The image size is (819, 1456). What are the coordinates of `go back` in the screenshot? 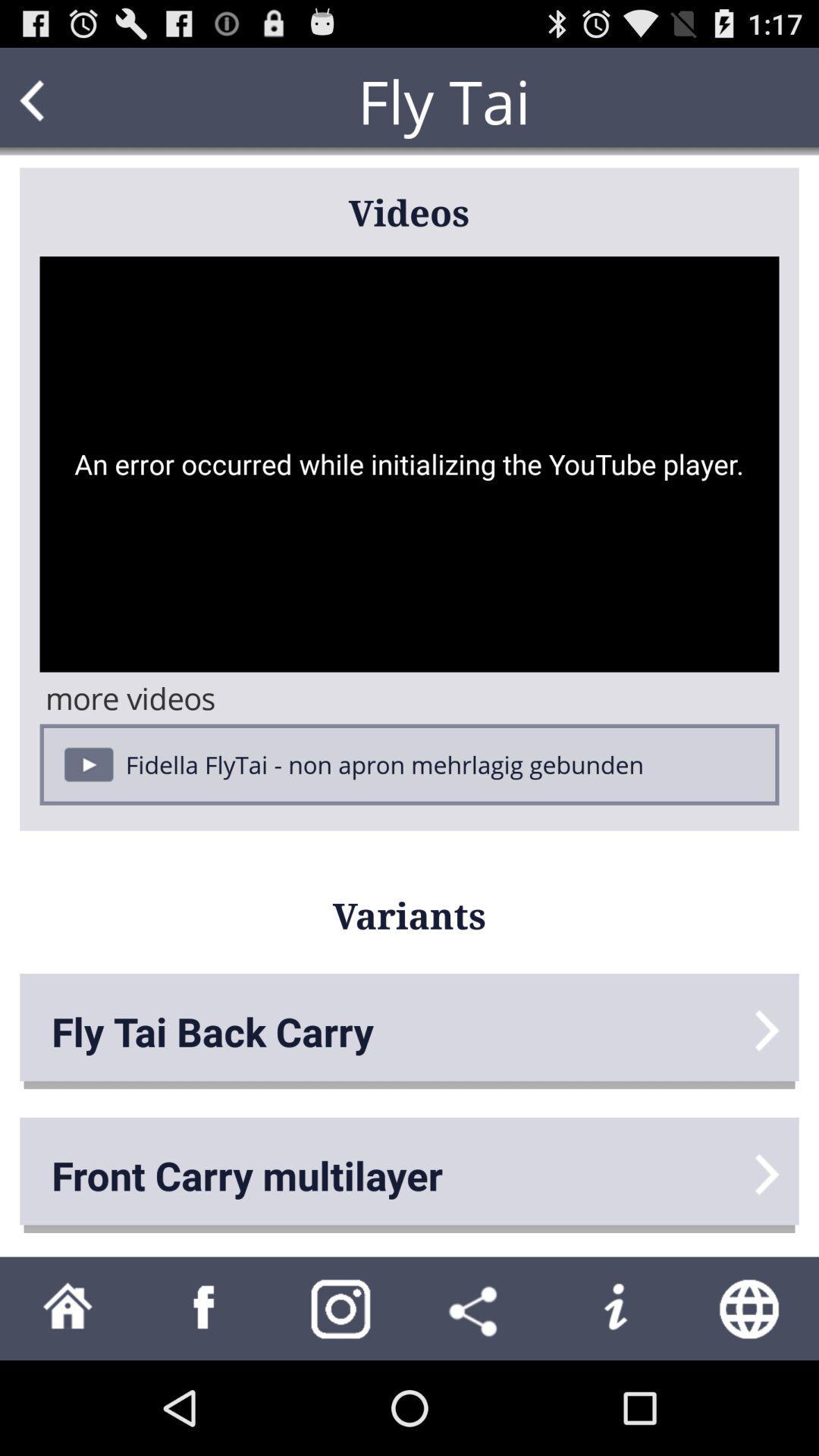 It's located at (61, 100).